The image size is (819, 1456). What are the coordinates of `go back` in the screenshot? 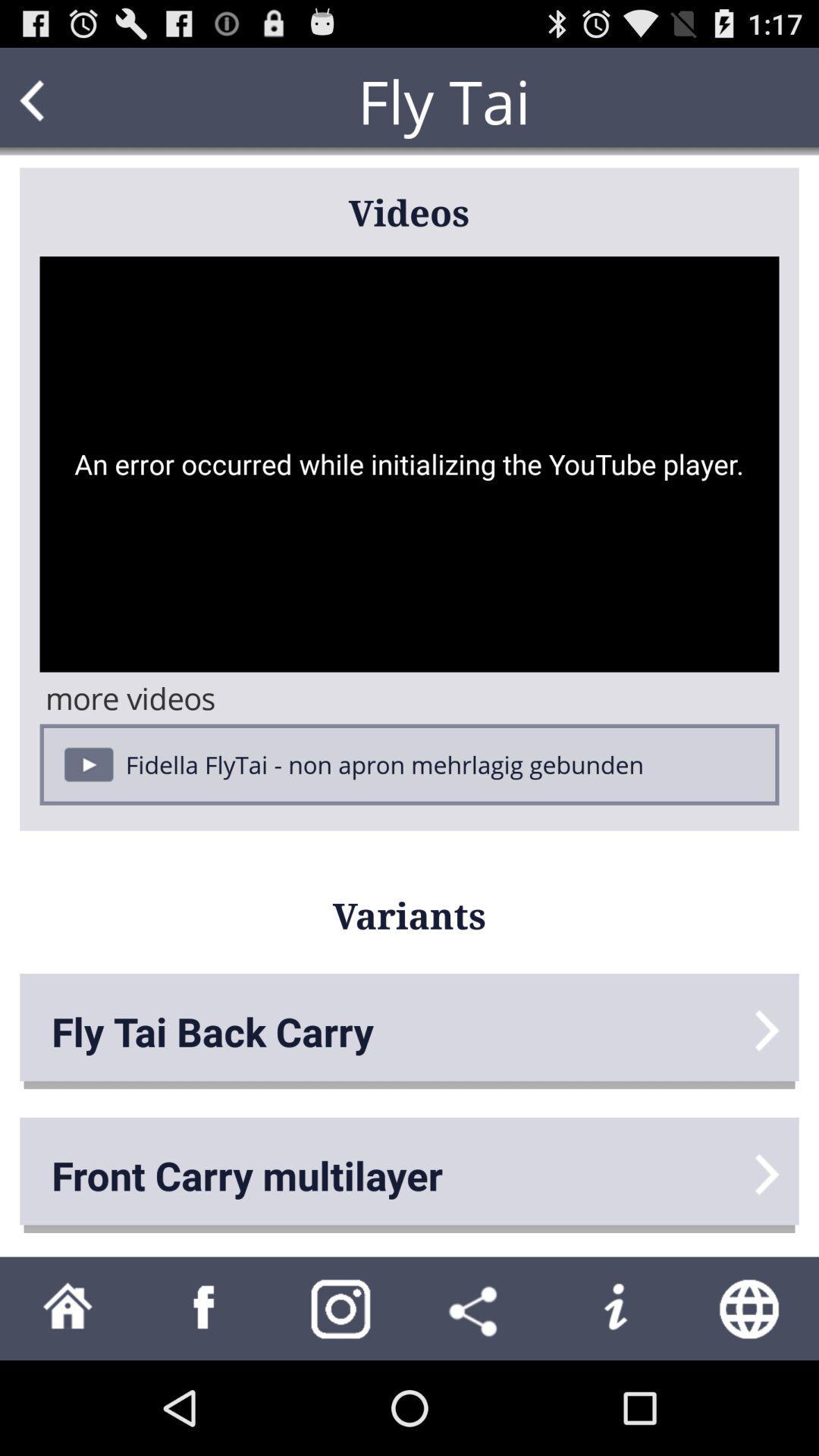 It's located at (61, 100).